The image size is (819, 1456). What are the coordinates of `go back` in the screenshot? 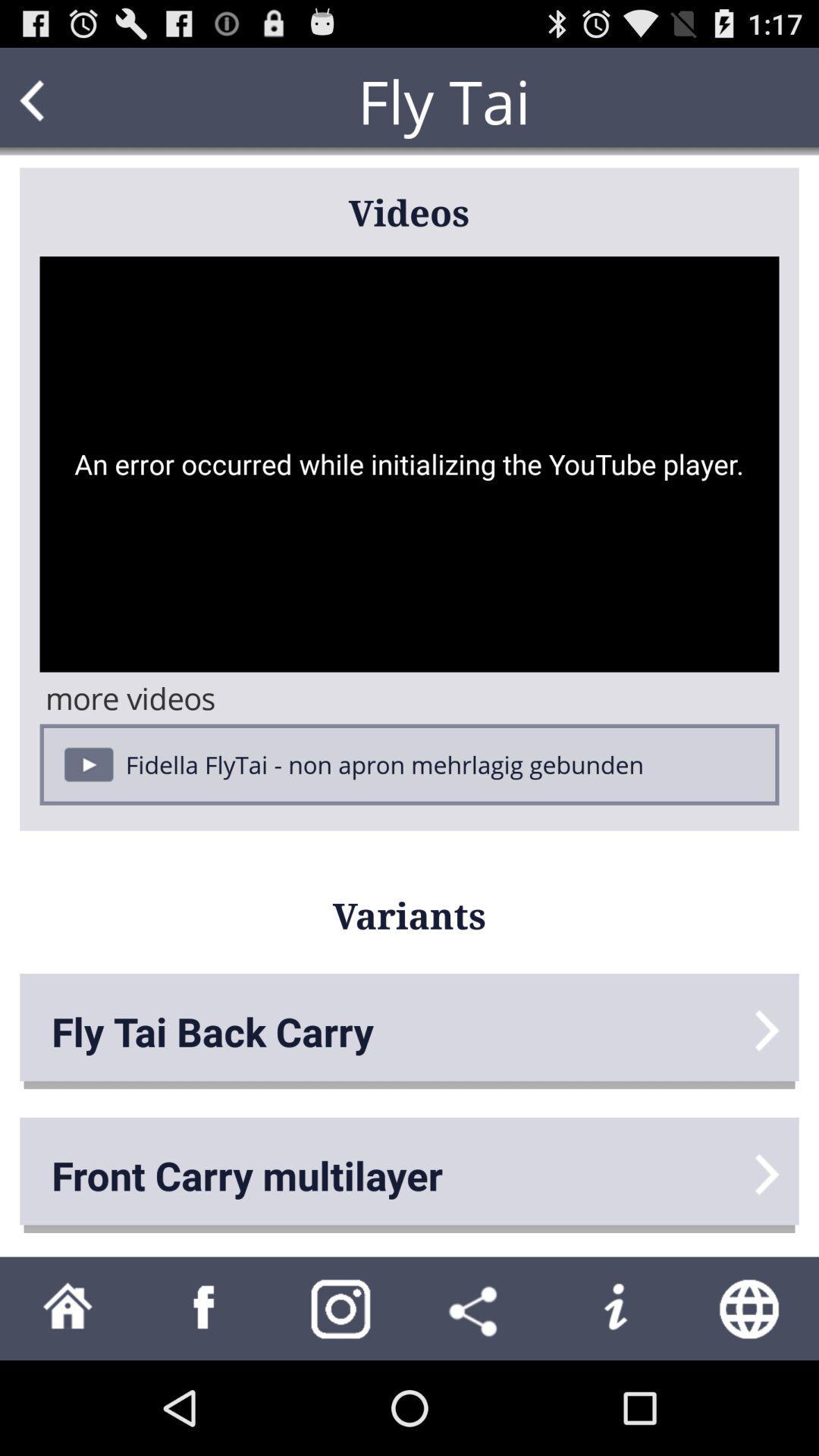 It's located at (61, 100).